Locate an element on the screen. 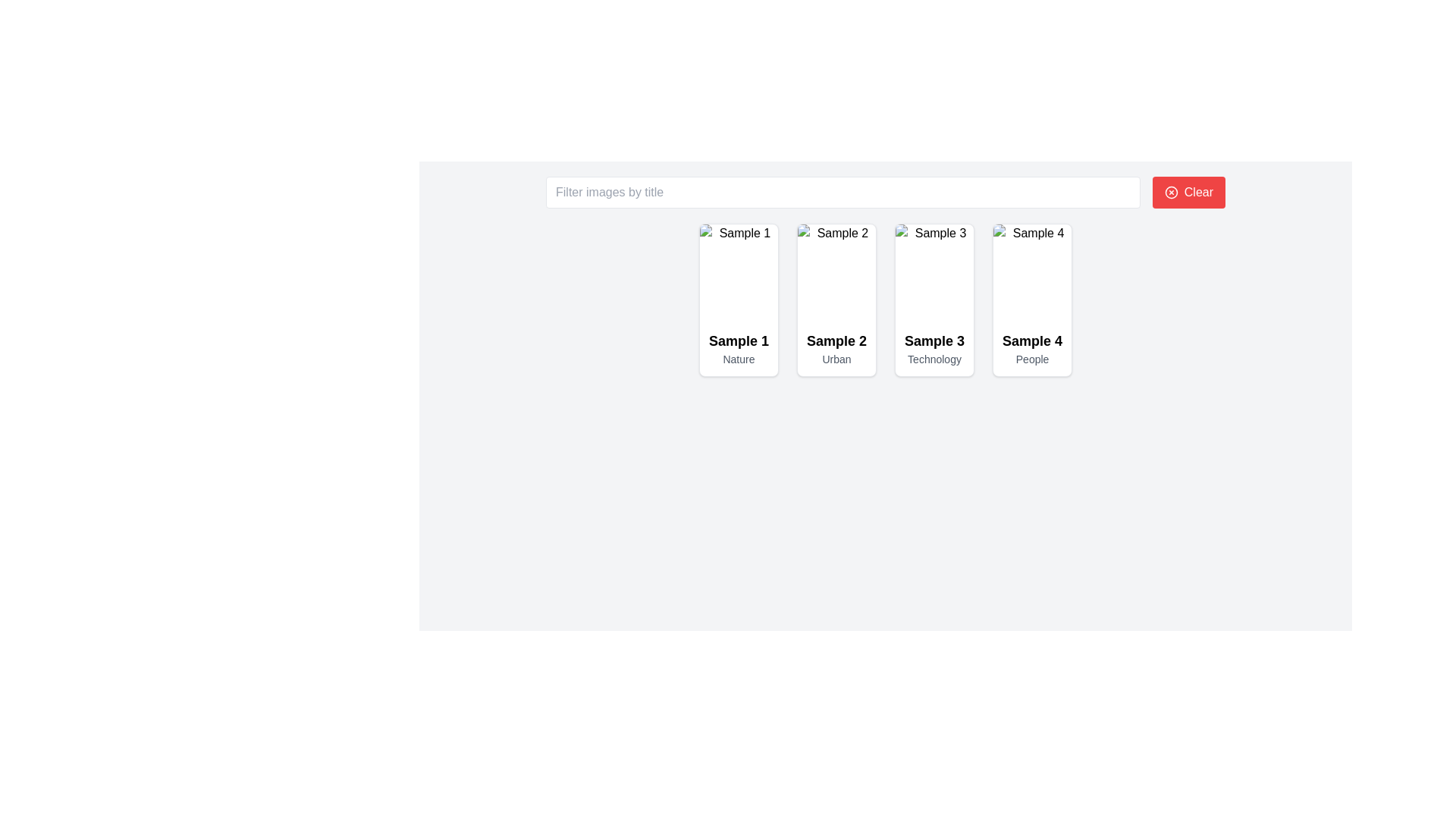  the Card Display for 'Sample 3' in the Technology category is located at coordinates (934, 300).